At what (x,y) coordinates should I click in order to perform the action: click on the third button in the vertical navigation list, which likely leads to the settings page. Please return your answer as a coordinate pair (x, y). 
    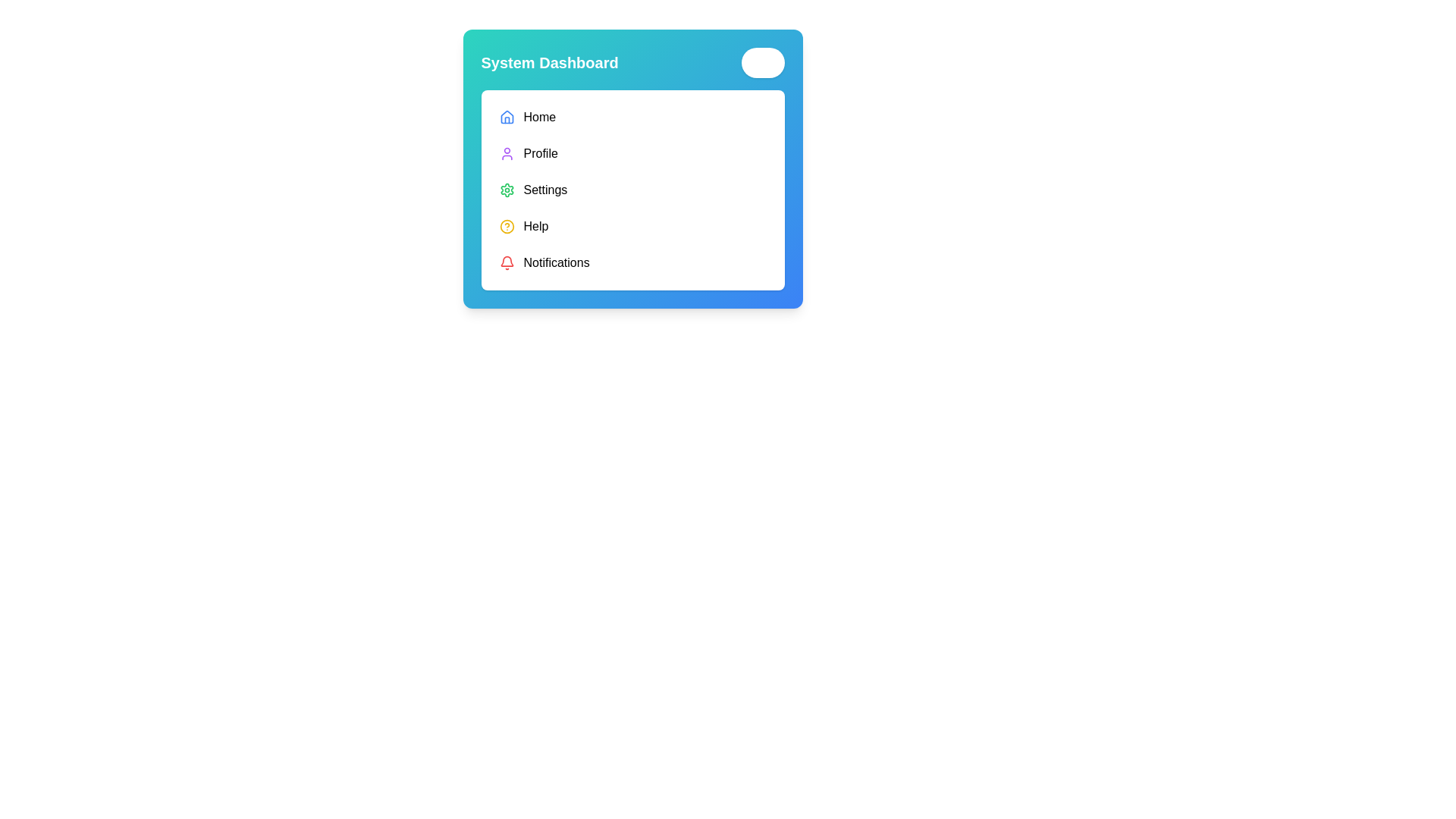
    Looking at the image, I should click on (632, 189).